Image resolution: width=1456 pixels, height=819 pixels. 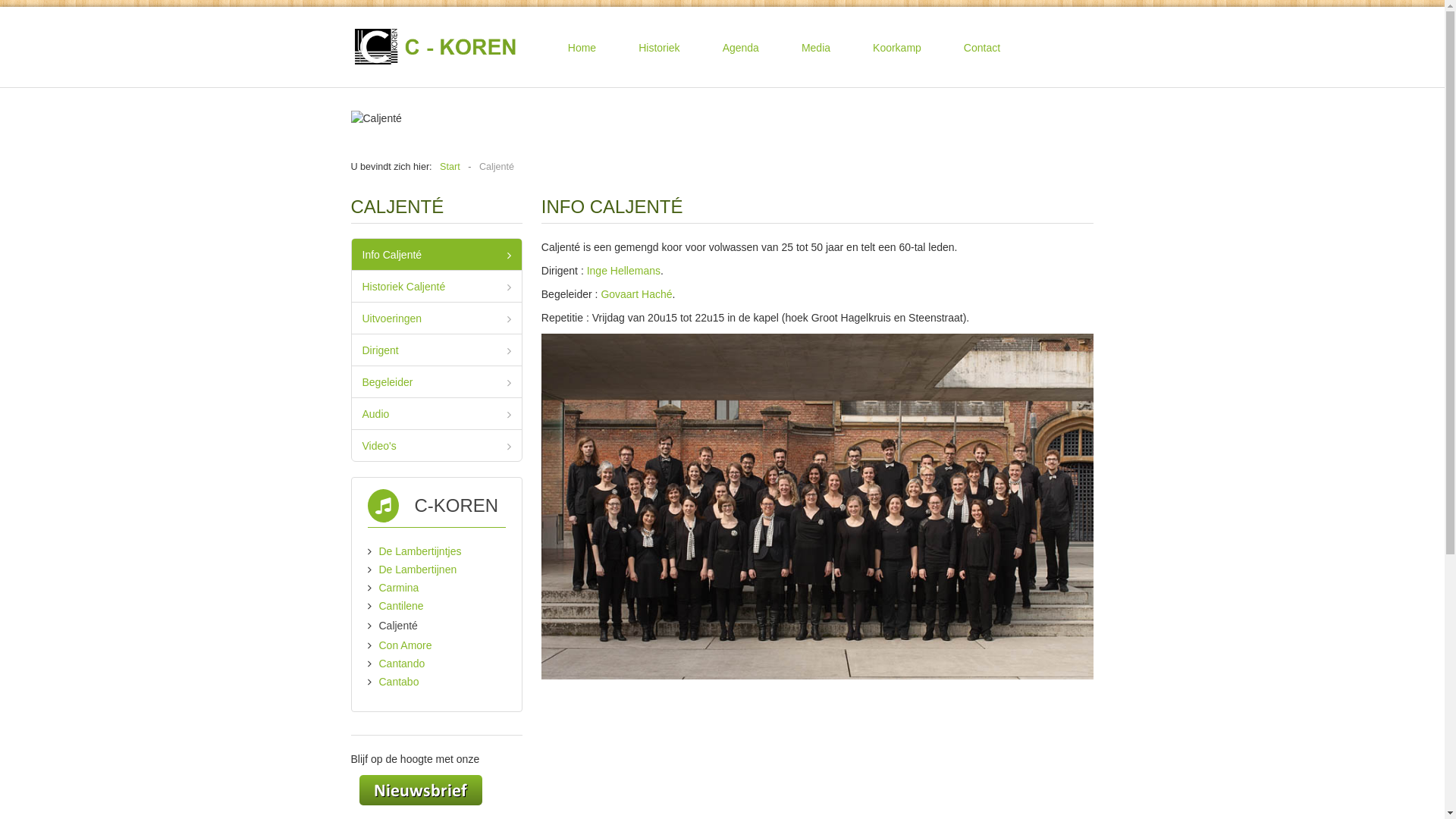 I want to click on 'Media', so click(x=814, y=46).